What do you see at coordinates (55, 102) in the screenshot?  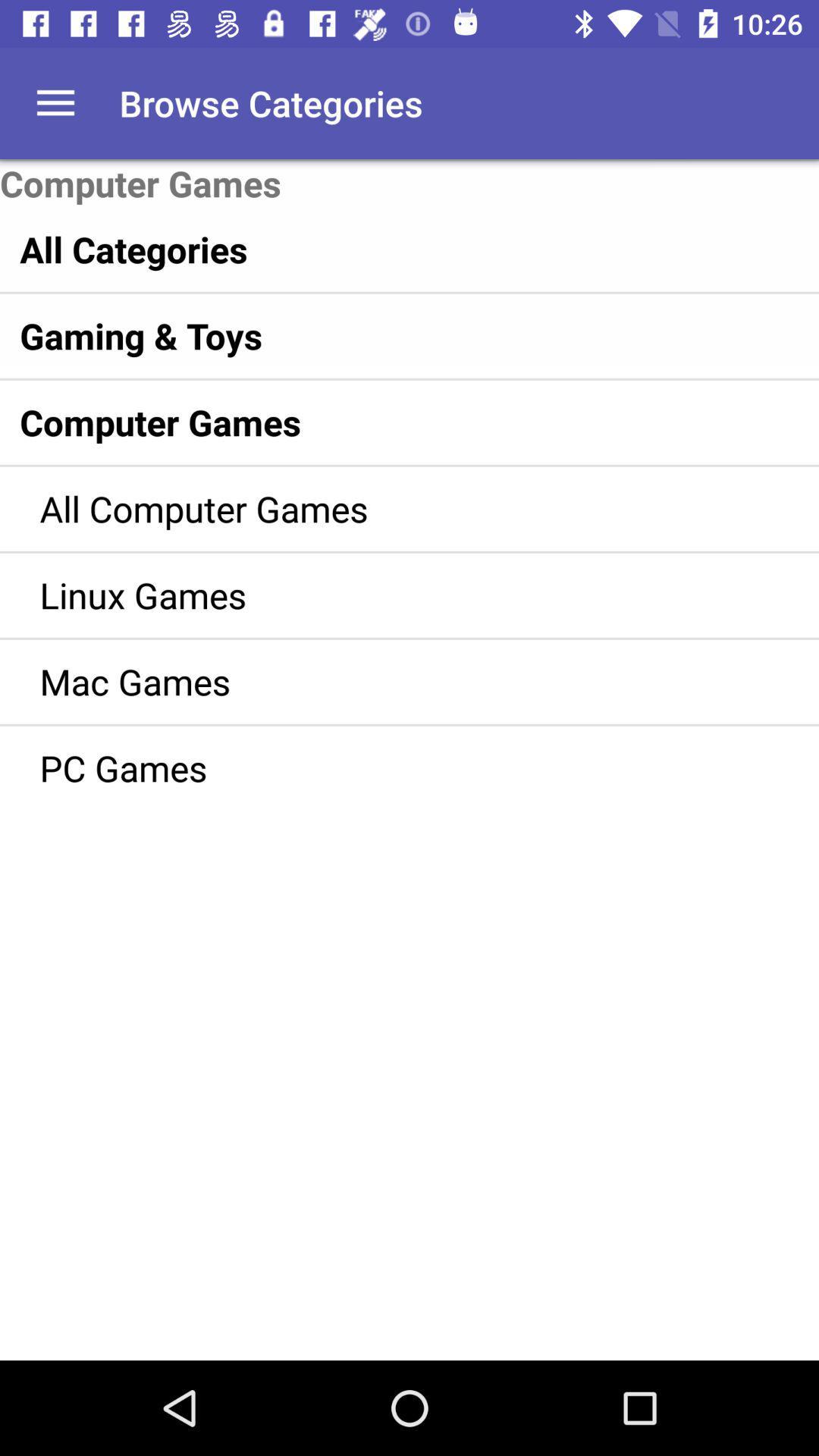 I see `item to the left of browse categories icon` at bounding box center [55, 102].